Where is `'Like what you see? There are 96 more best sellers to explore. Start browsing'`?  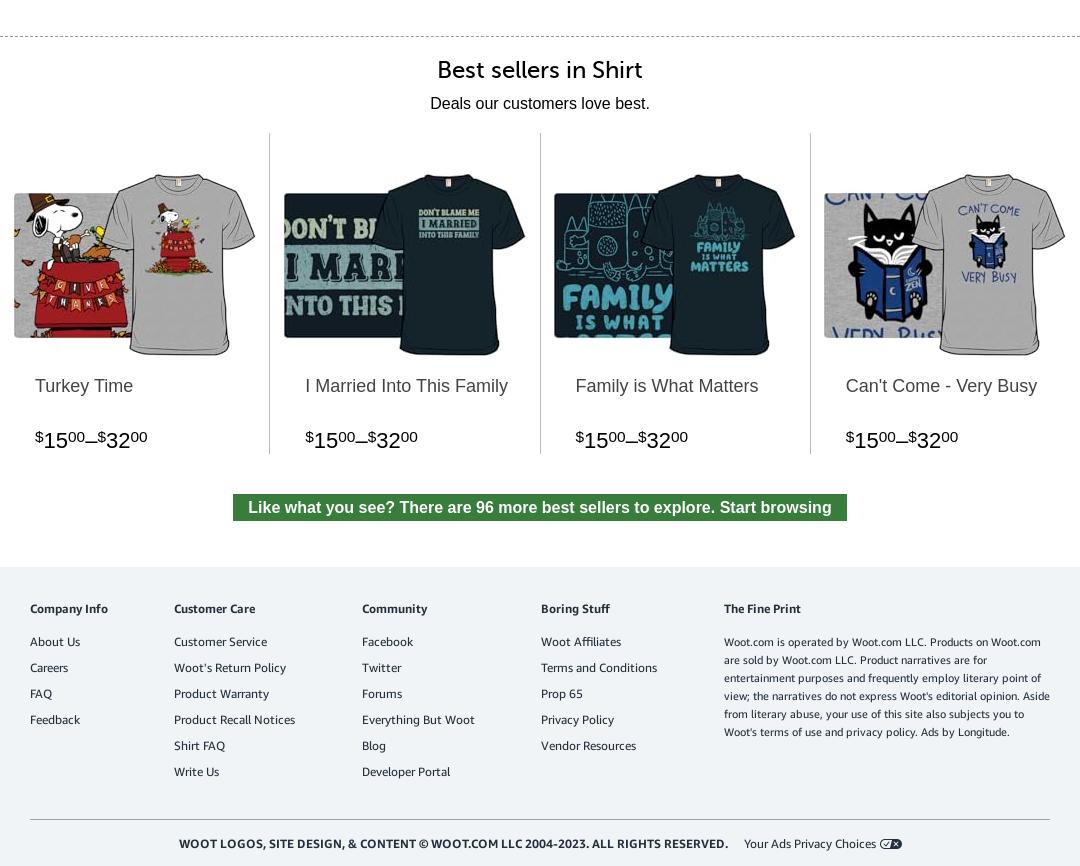 'Like what you see? There are 96 more best sellers to explore. Start browsing' is located at coordinates (538, 506).